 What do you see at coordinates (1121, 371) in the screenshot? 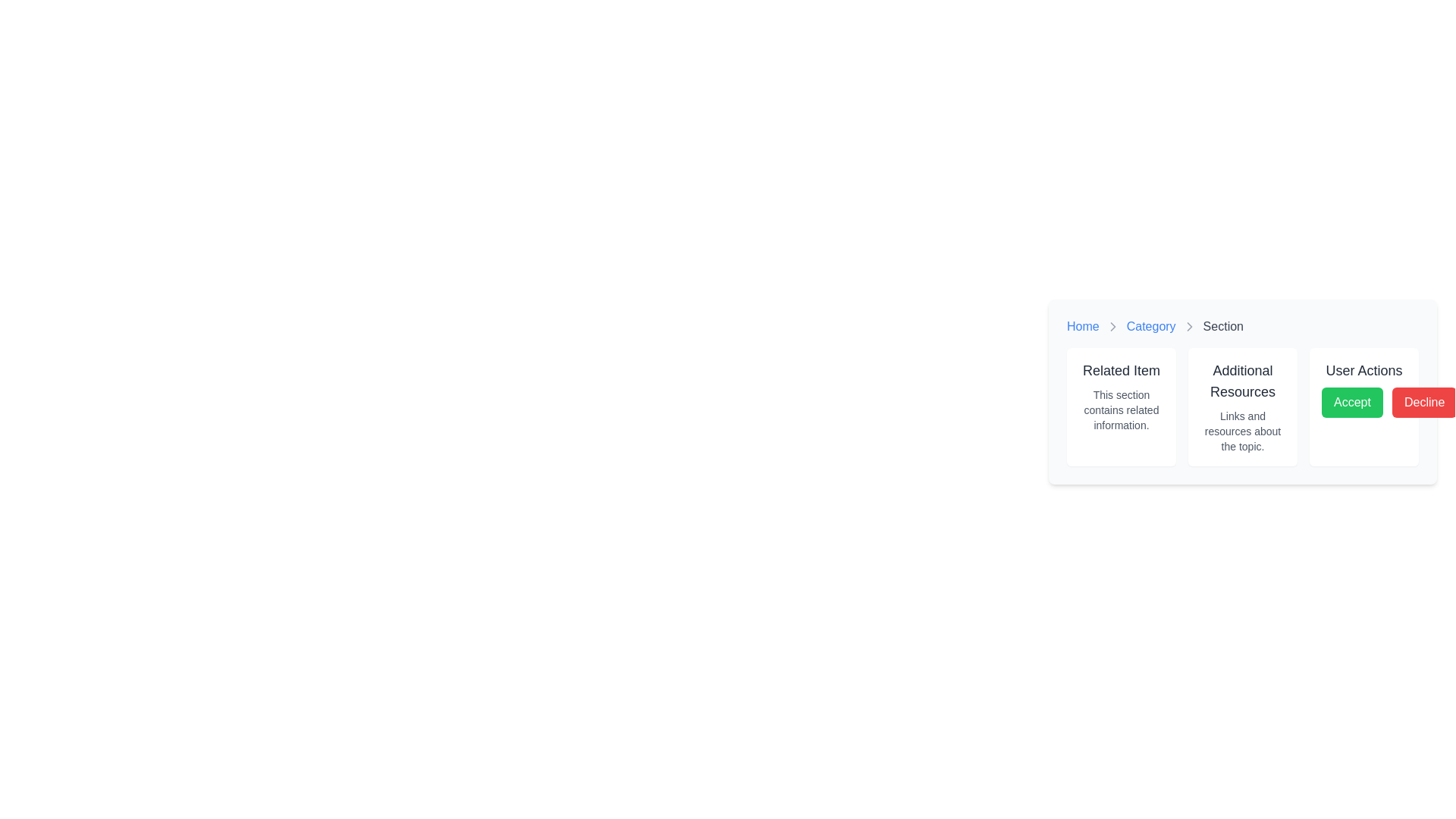
I see `the 'Related Item' text label, which is a bold, medium-sized dark gray text located at the top-left section of a rounded, shadowed white card` at bounding box center [1121, 371].